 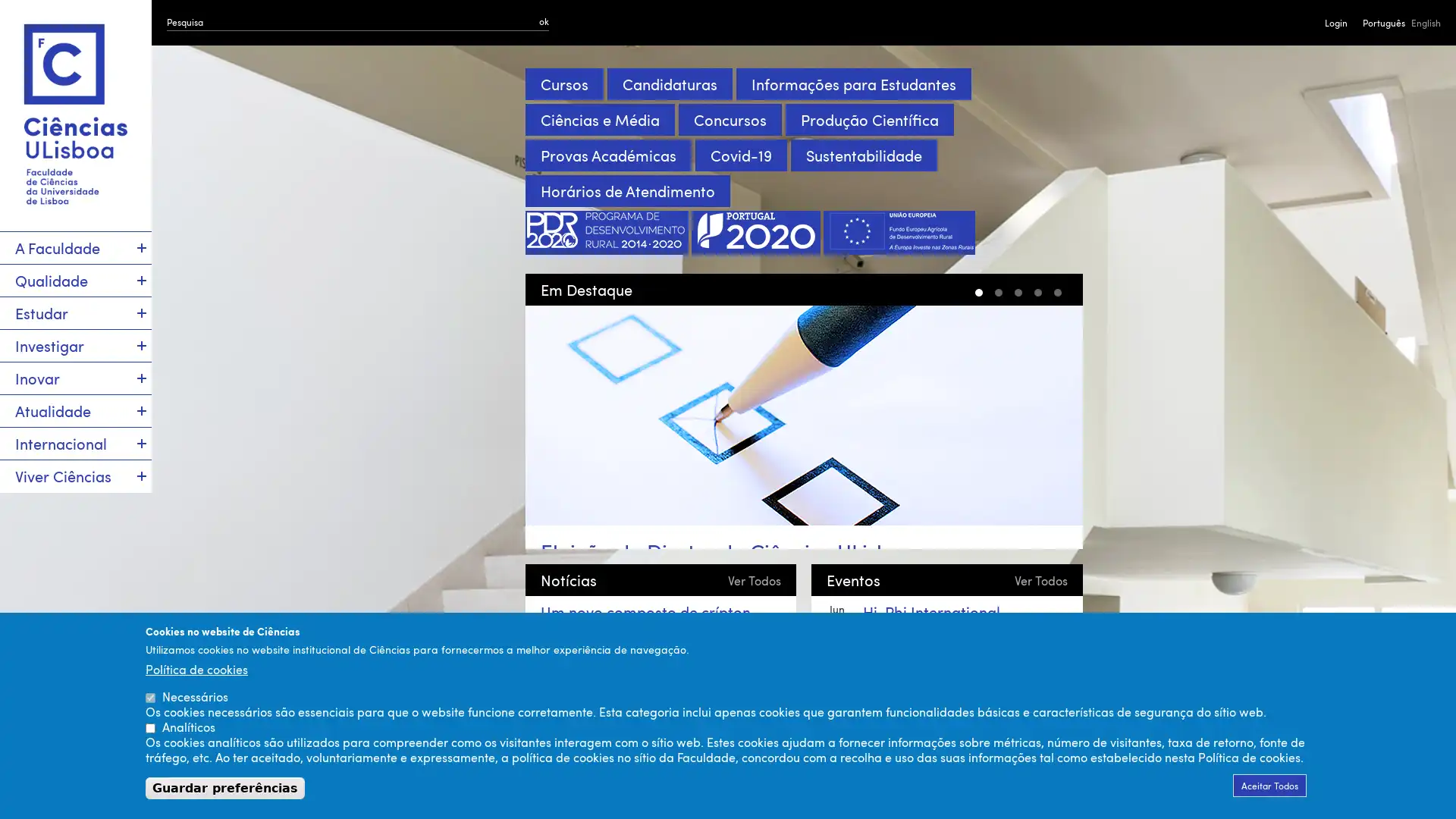 I want to click on Politica de cookies, so click(x=196, y=668).